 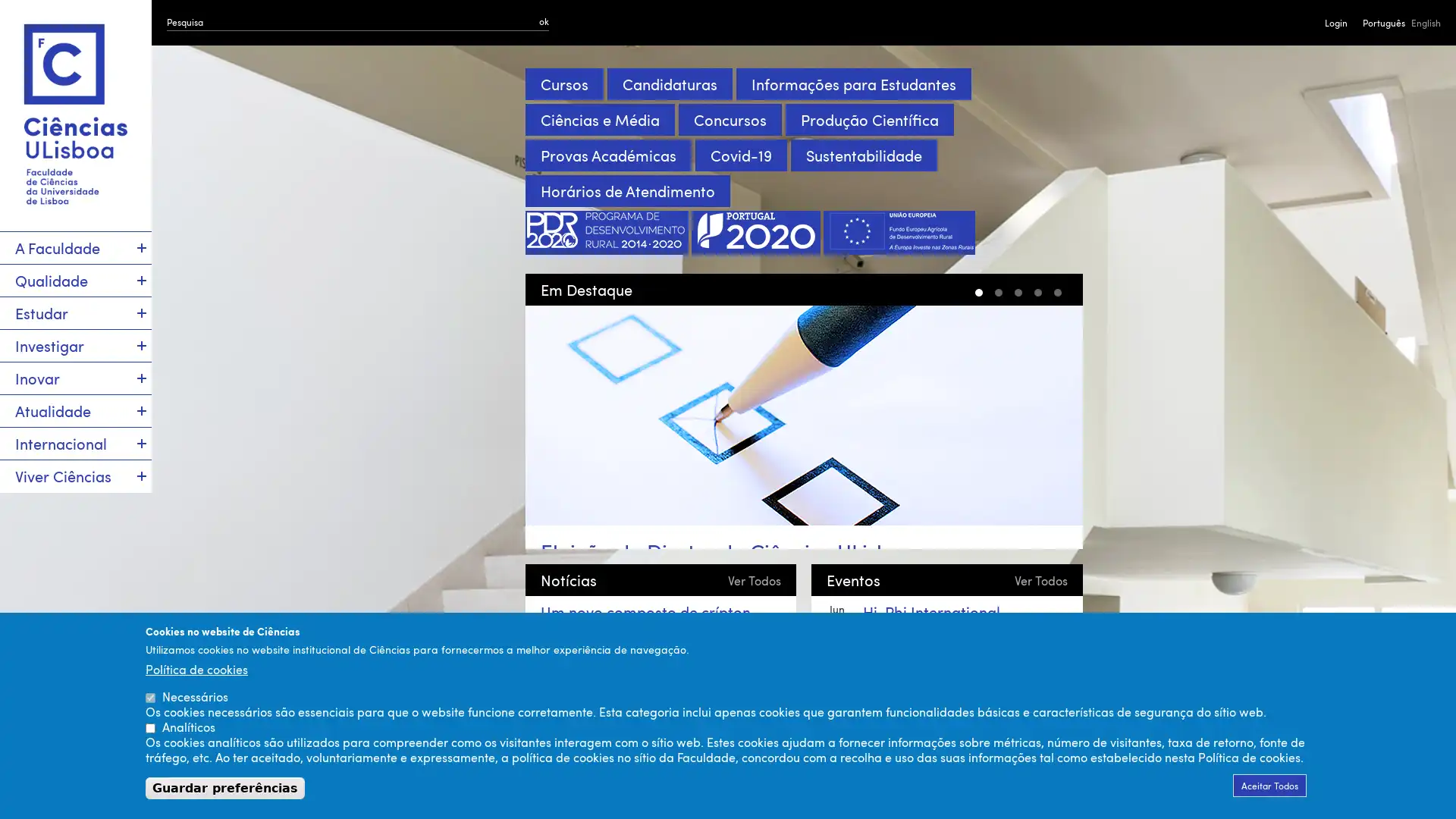 I want to click on Politica de cookies, so click(x=196, y=668).